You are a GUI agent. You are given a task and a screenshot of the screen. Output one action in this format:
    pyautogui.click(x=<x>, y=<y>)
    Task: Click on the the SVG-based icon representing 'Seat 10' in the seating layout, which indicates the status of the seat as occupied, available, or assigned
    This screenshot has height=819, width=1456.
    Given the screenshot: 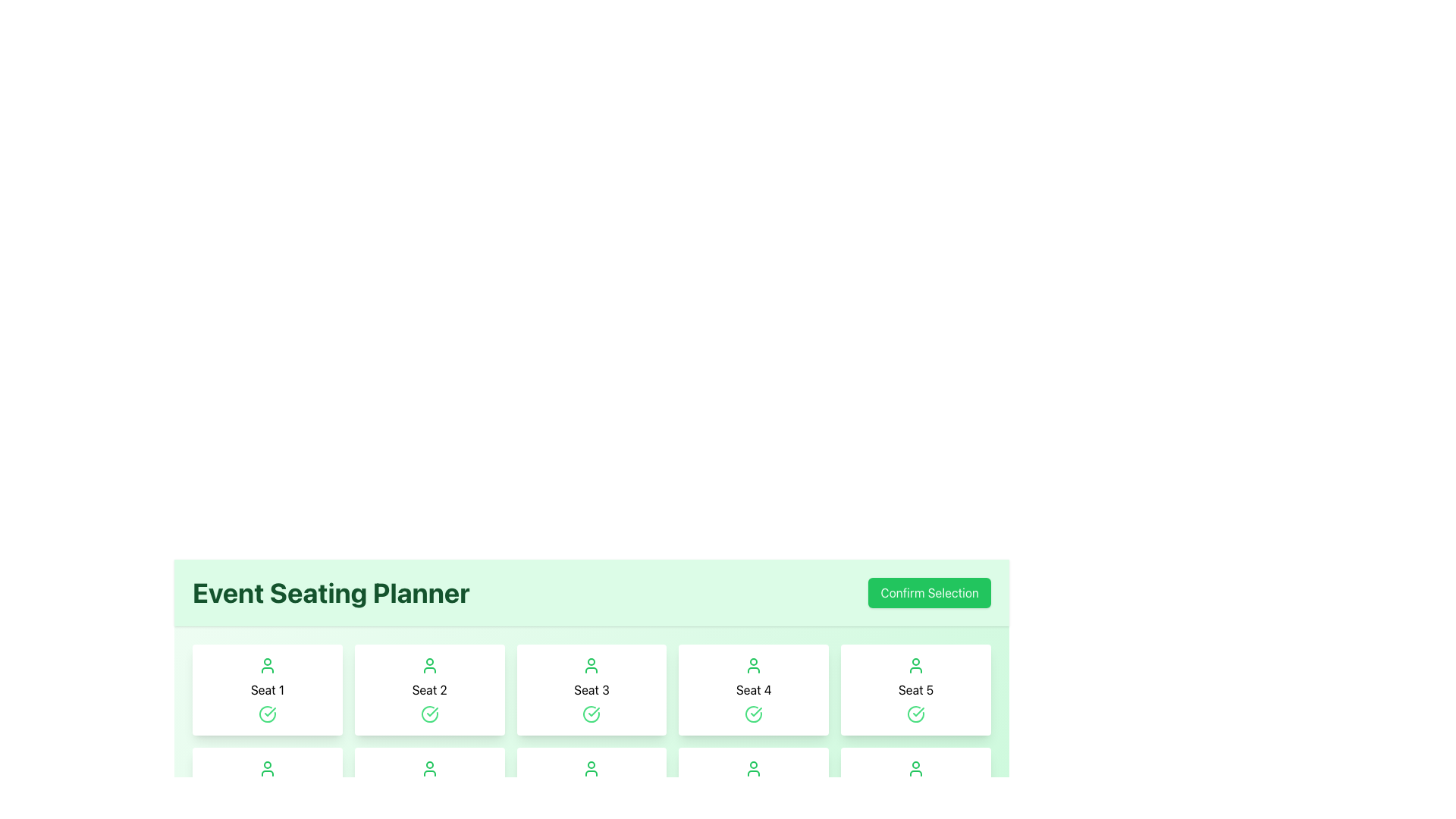 What is the action you would take?
    pyautogui.click(x=915, y=769)
    